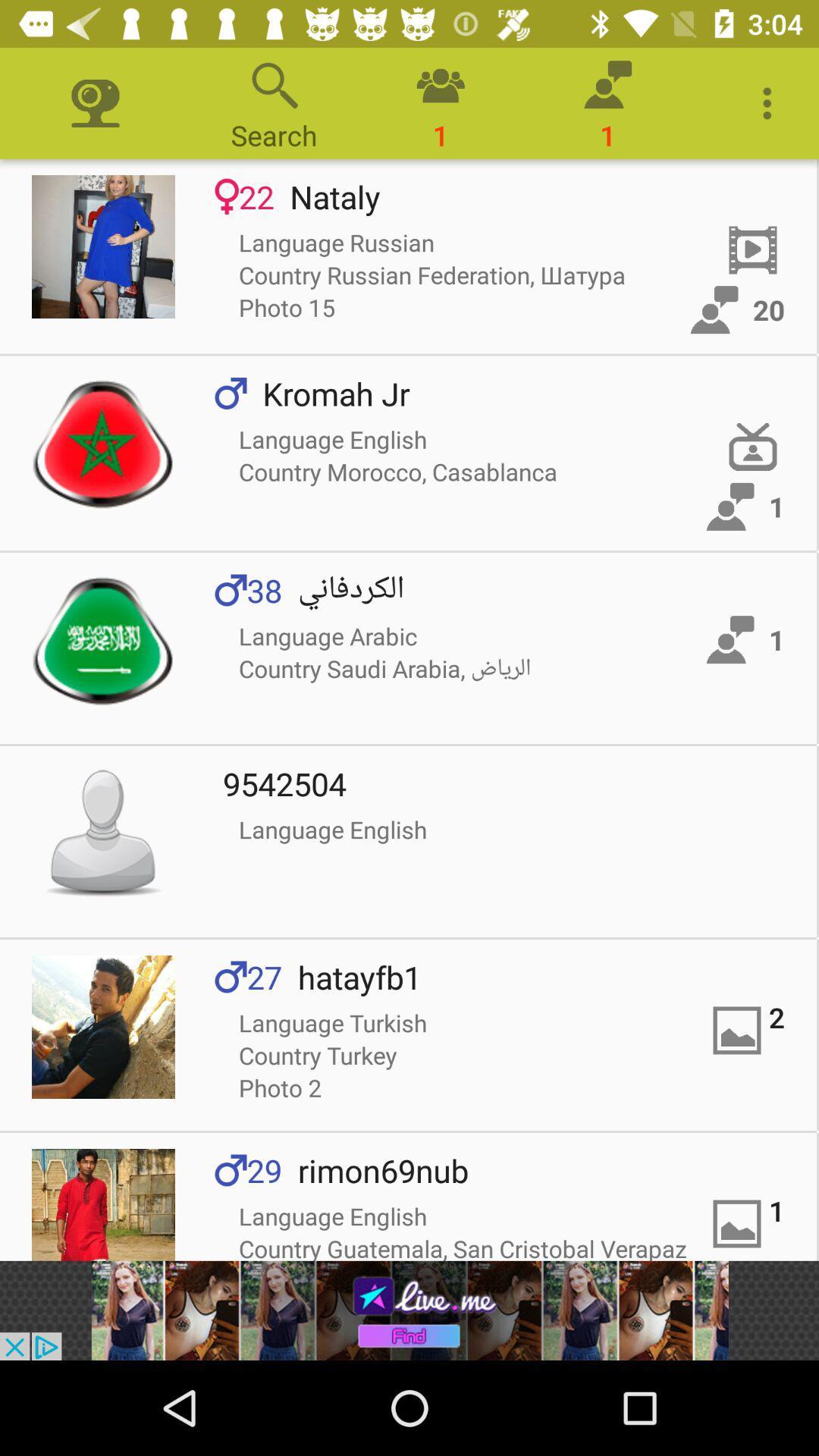 This screenshot has height=1456, width=819. What do you see at coordinates (102, 1027) in the screenshot?
I see `profile picture` at bounding box center [102, 1027].